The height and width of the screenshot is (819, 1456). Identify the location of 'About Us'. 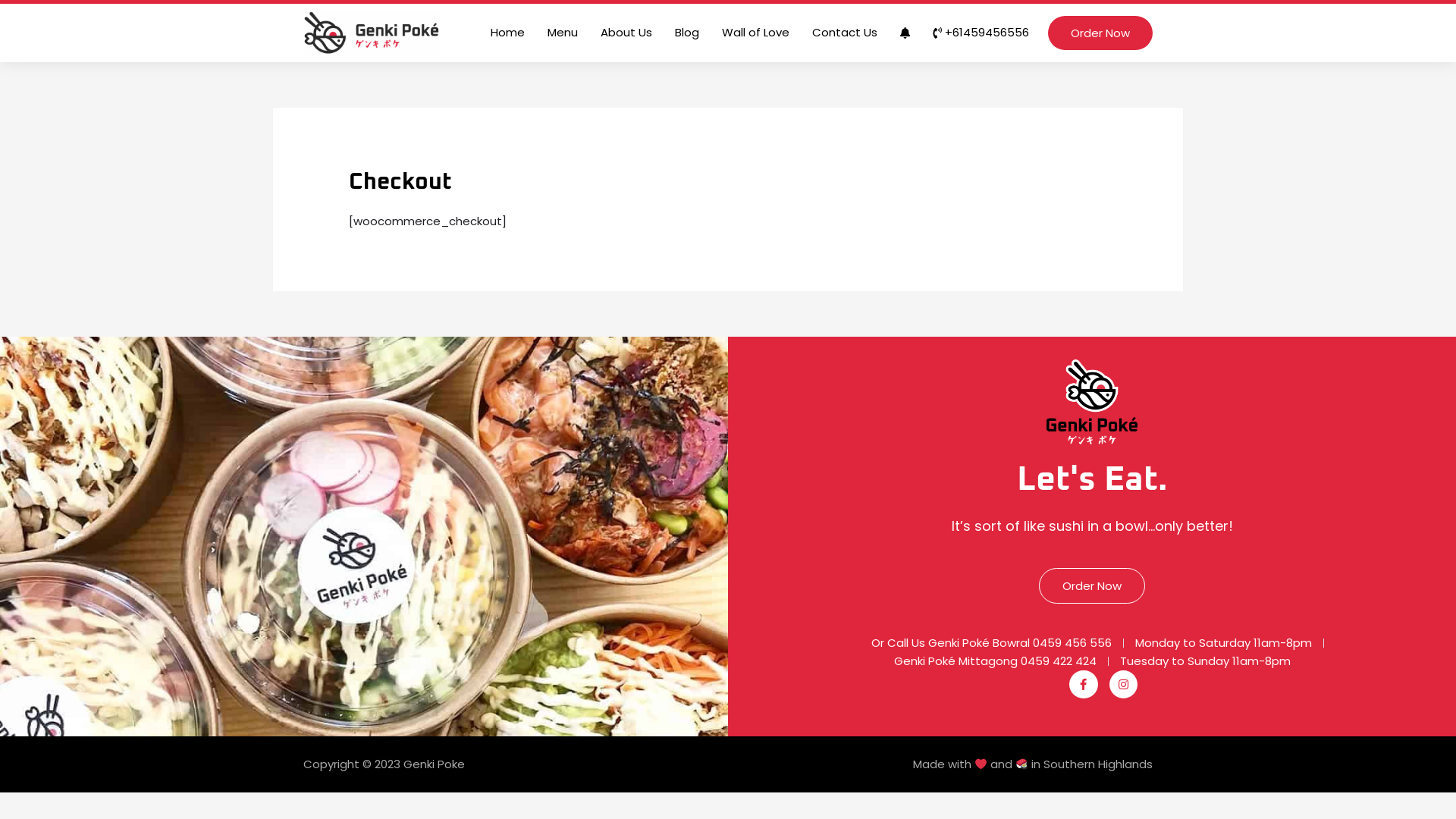
(626, 32).